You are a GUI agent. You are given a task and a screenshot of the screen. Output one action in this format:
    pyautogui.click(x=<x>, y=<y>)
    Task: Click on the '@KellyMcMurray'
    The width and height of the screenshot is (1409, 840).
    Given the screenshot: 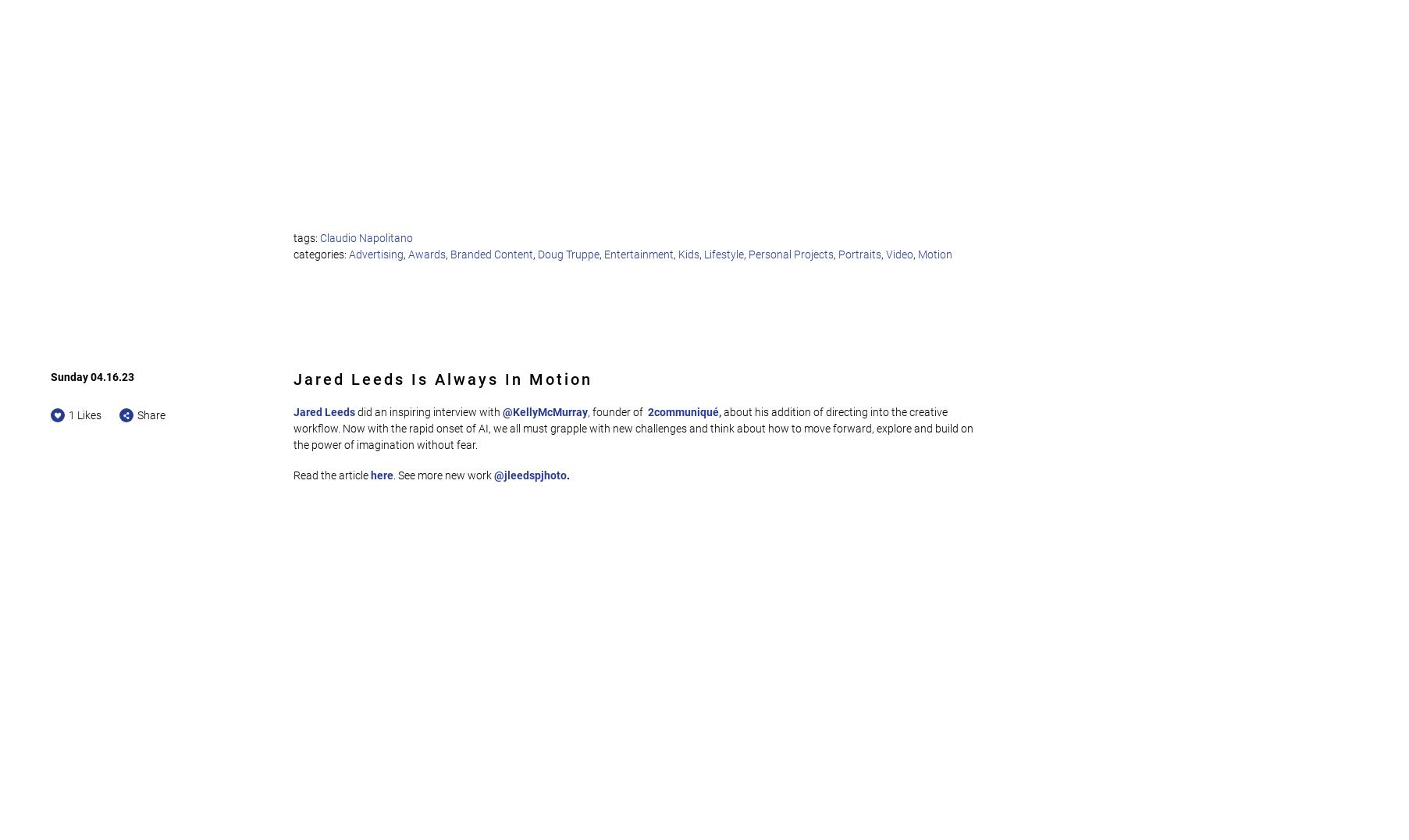 What is the action you would take?
    pyautogui.click(x=503, y=411)
    